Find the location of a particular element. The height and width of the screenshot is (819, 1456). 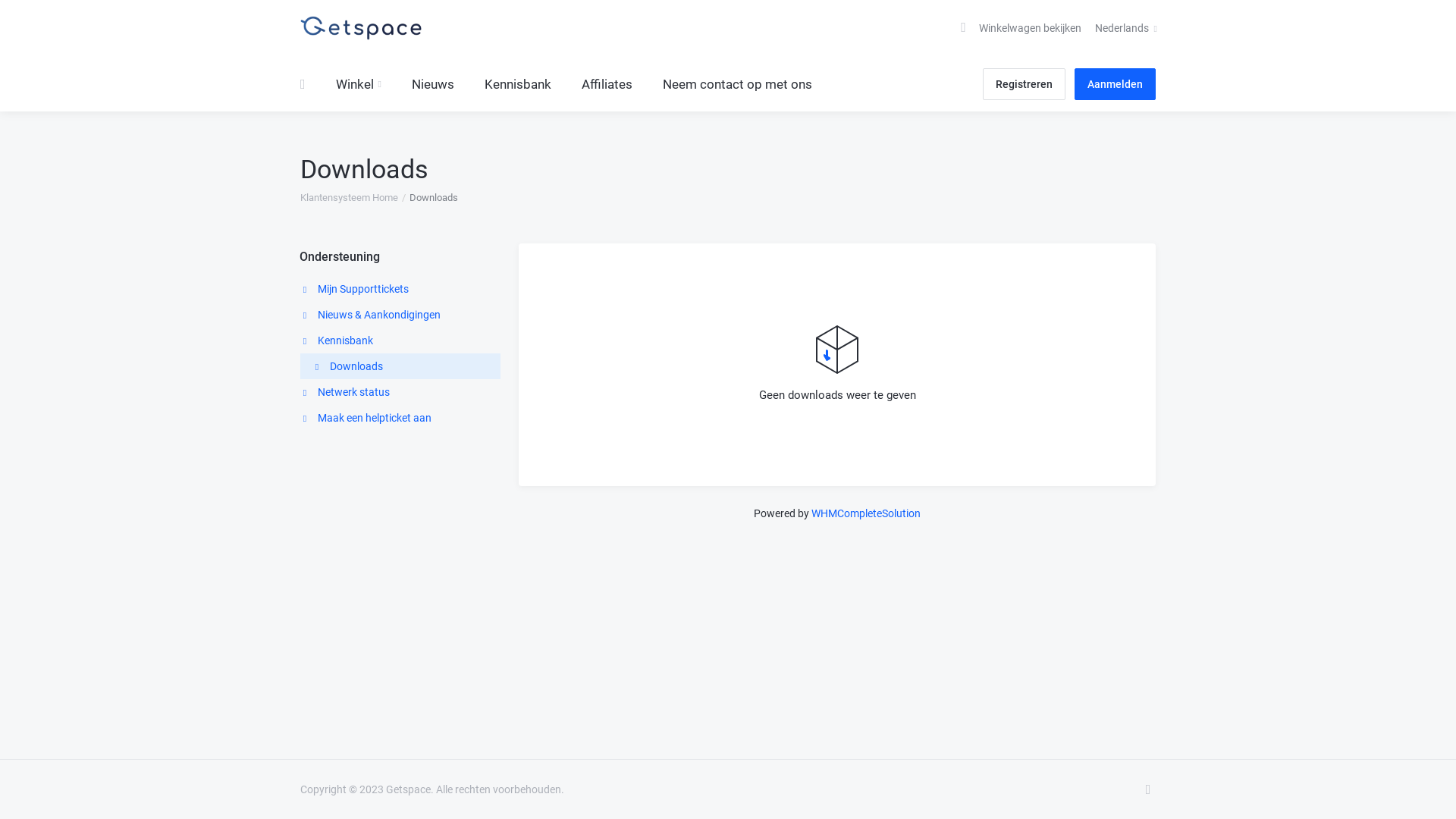

'Aanmelden' is located at coordinates (1115, 84).